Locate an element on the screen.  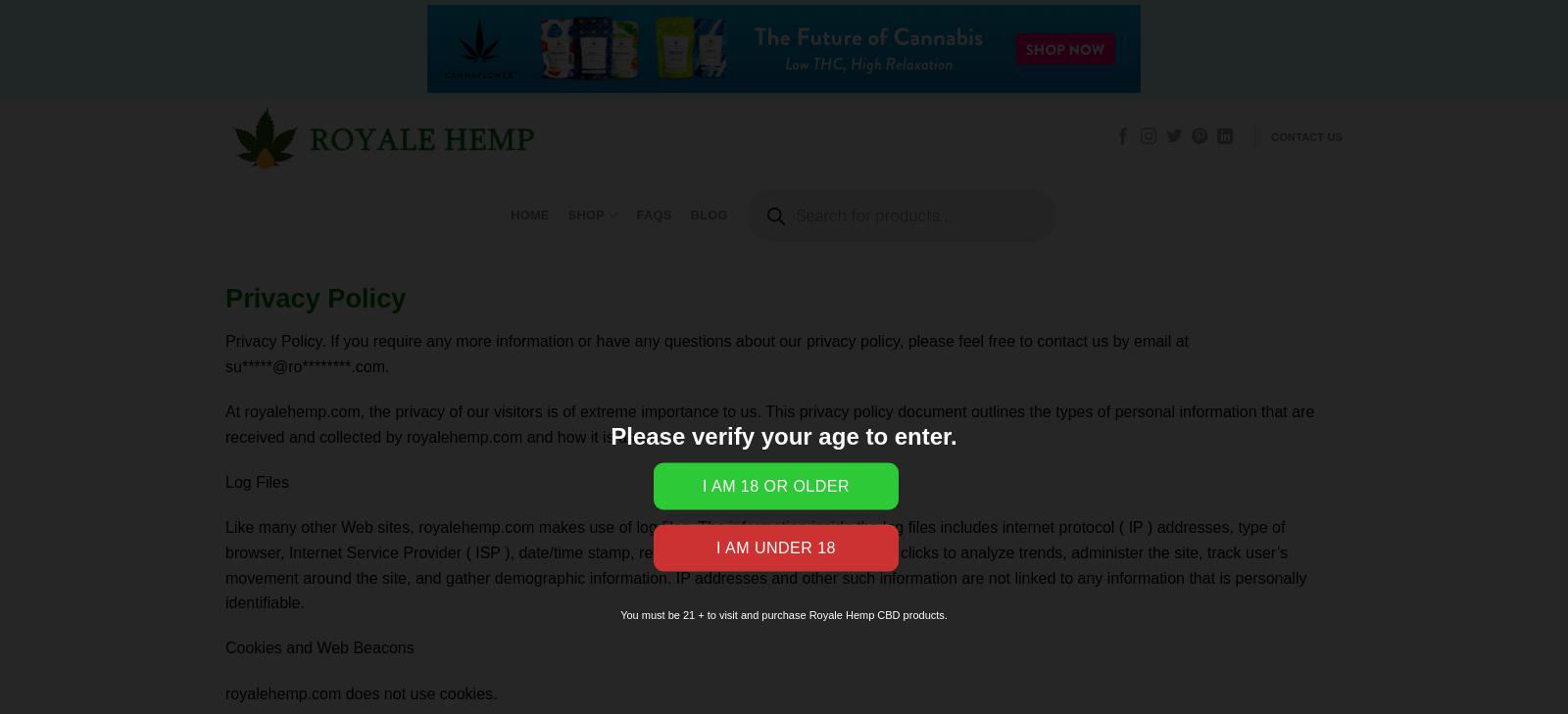
'su*****@ro********.com' is located at coordinates (305, 365).